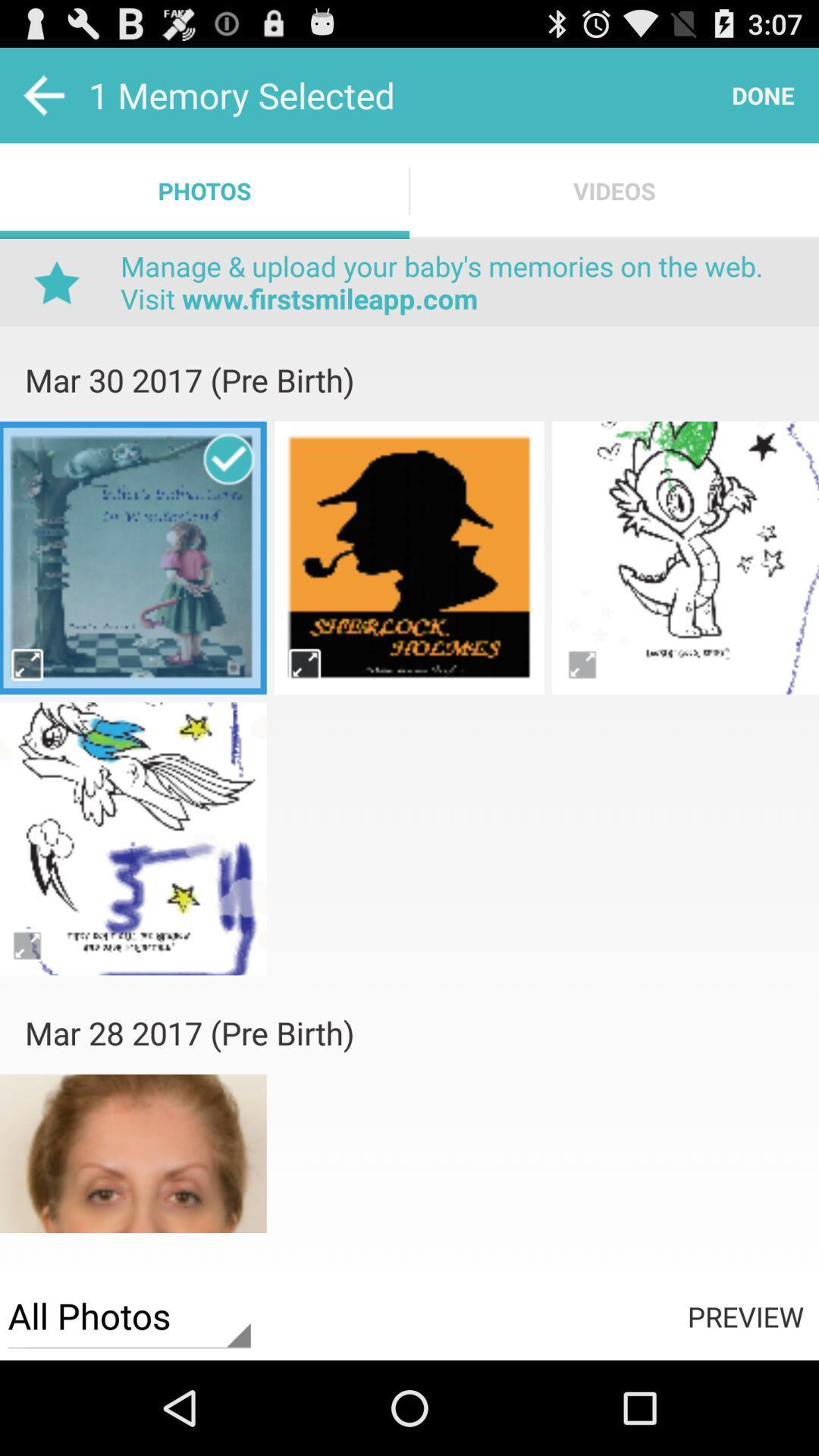 This screenshot has height=1456, width=819. What do you see at coordinates (686, 557) in the screenshot?
I see `bird pega` at bounding box center [686, 557].